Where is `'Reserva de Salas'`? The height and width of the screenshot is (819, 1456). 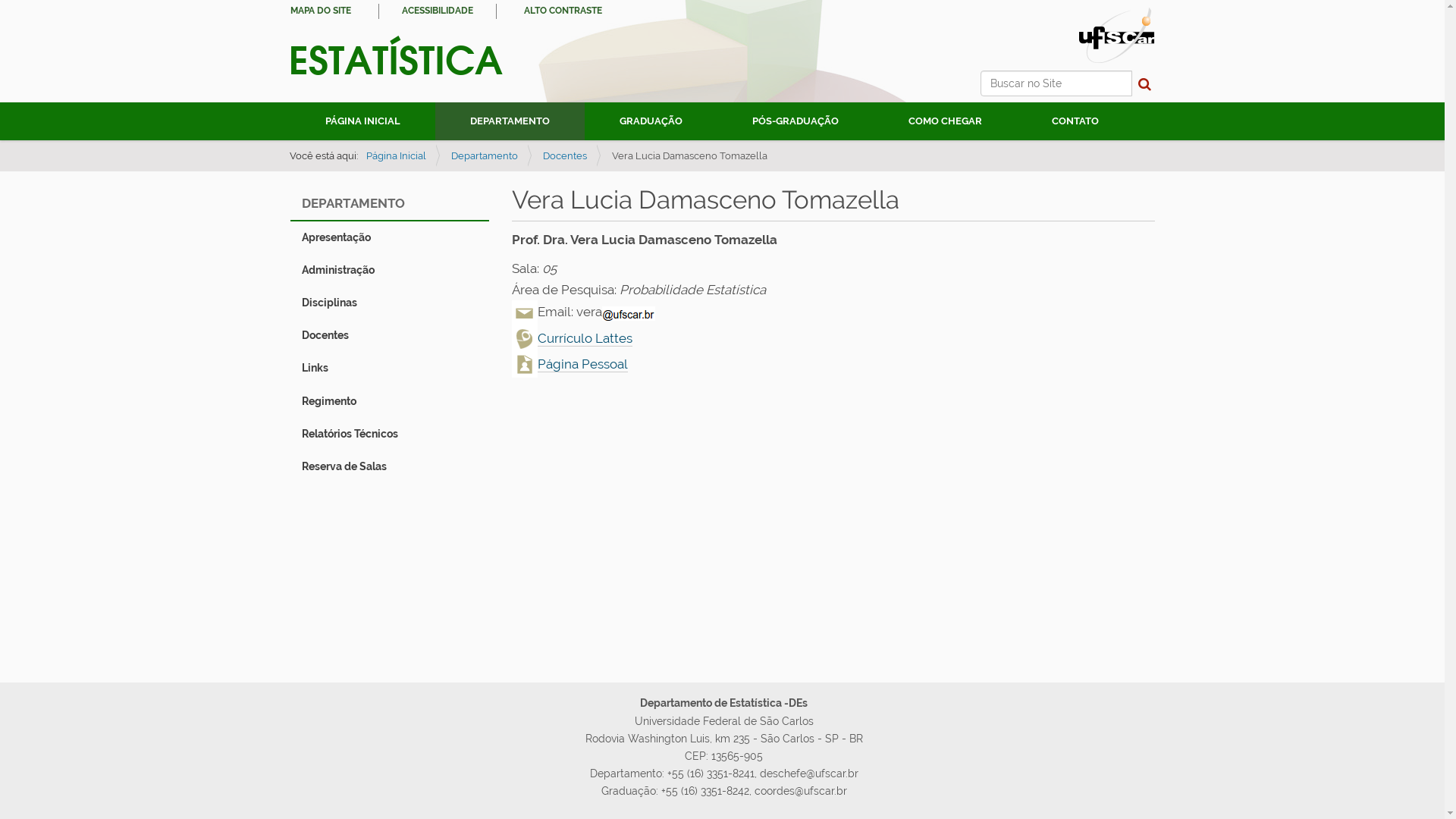
'Reserva de Salas' is located at coordinates (344, 465).